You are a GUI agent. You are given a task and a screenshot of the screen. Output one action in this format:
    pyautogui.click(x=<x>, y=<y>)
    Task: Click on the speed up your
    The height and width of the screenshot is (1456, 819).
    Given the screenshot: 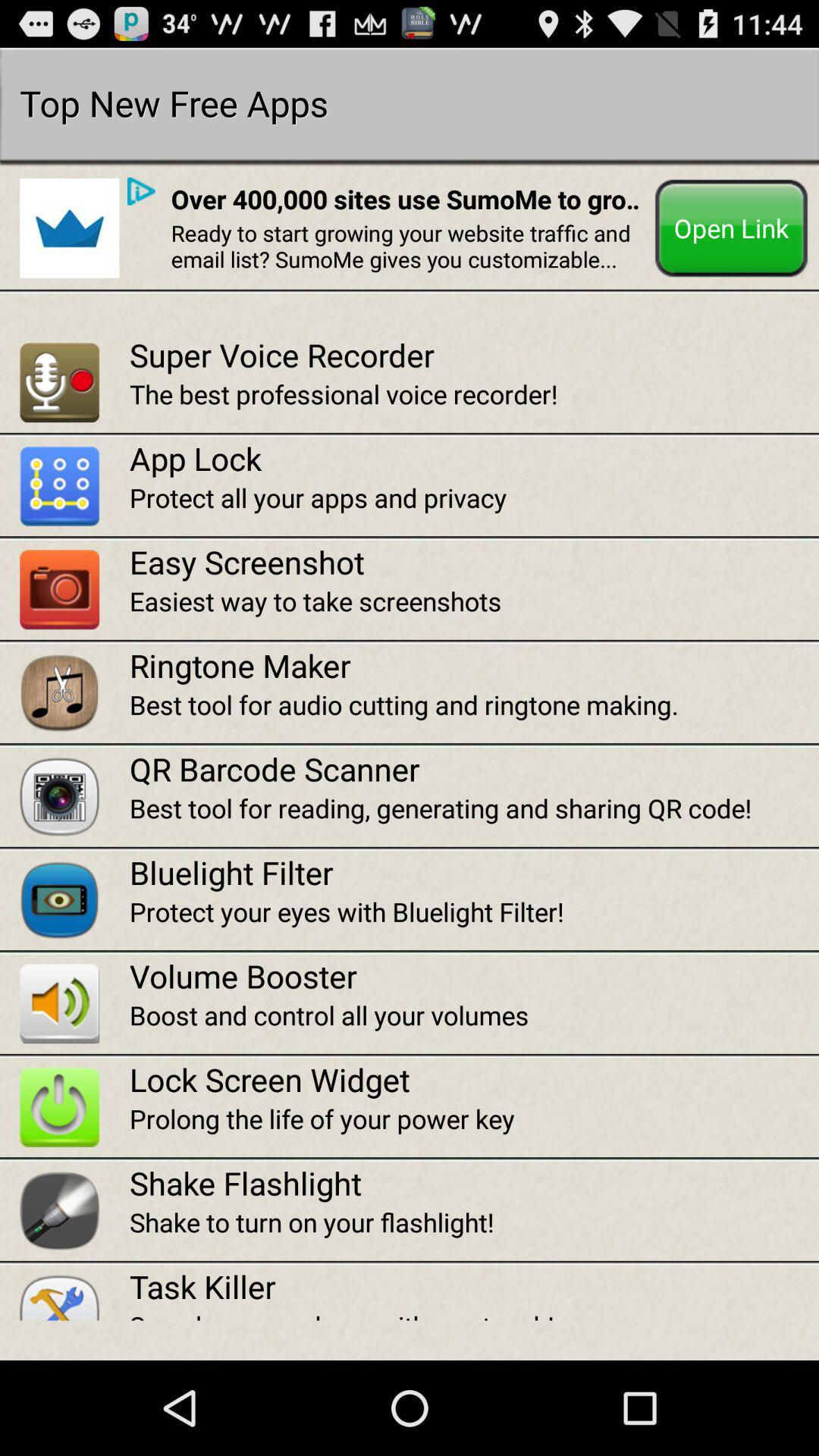 What is the action you would take?
    pyautogui.click(x=473, y=1313)
    